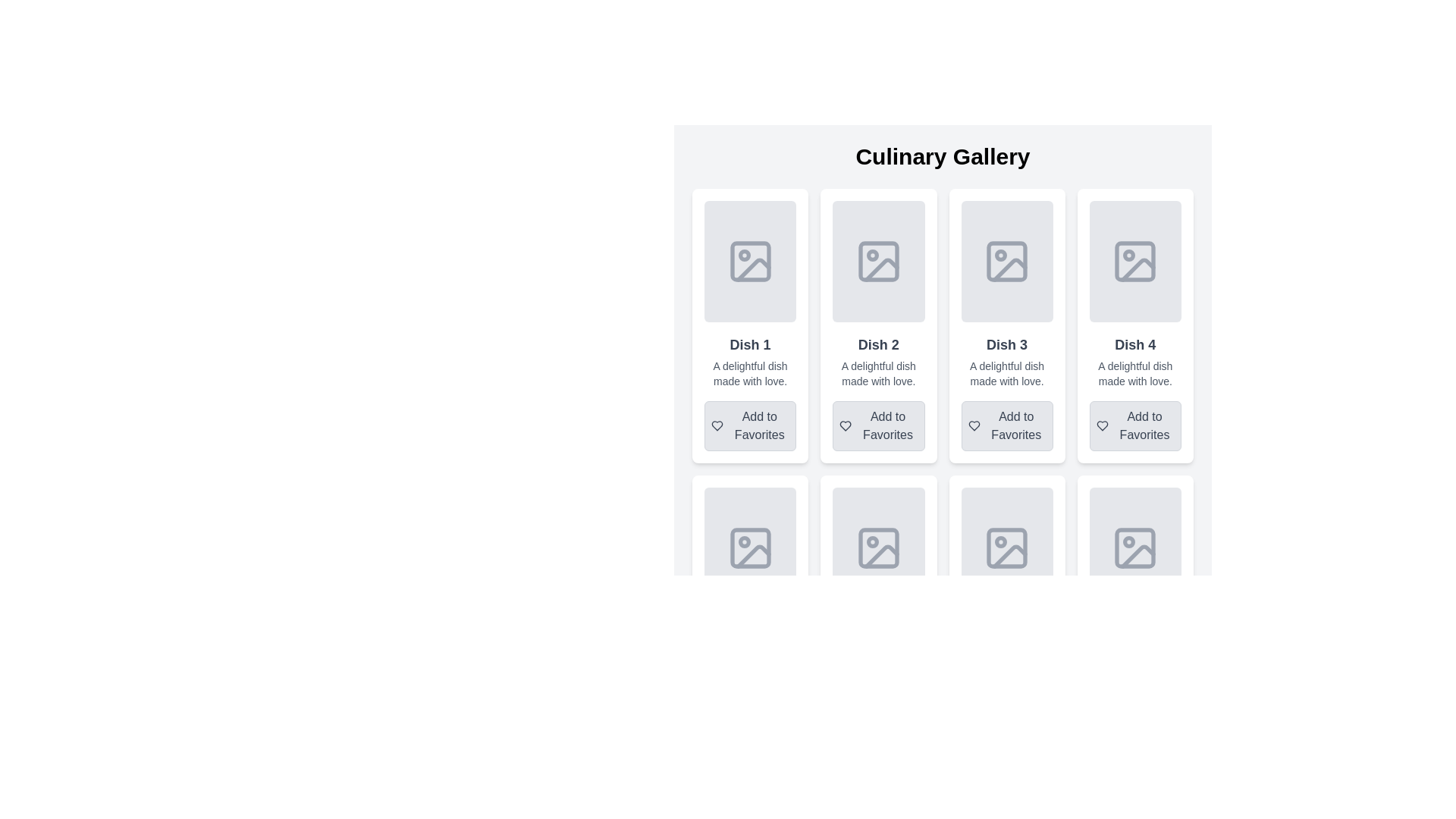  Describe the element at coordinates (878, 345) in the screenshot. I see `the bold, large-sized text label that displays 'Dish 2', located in the second card of the top row in the gallery grid` at that location.